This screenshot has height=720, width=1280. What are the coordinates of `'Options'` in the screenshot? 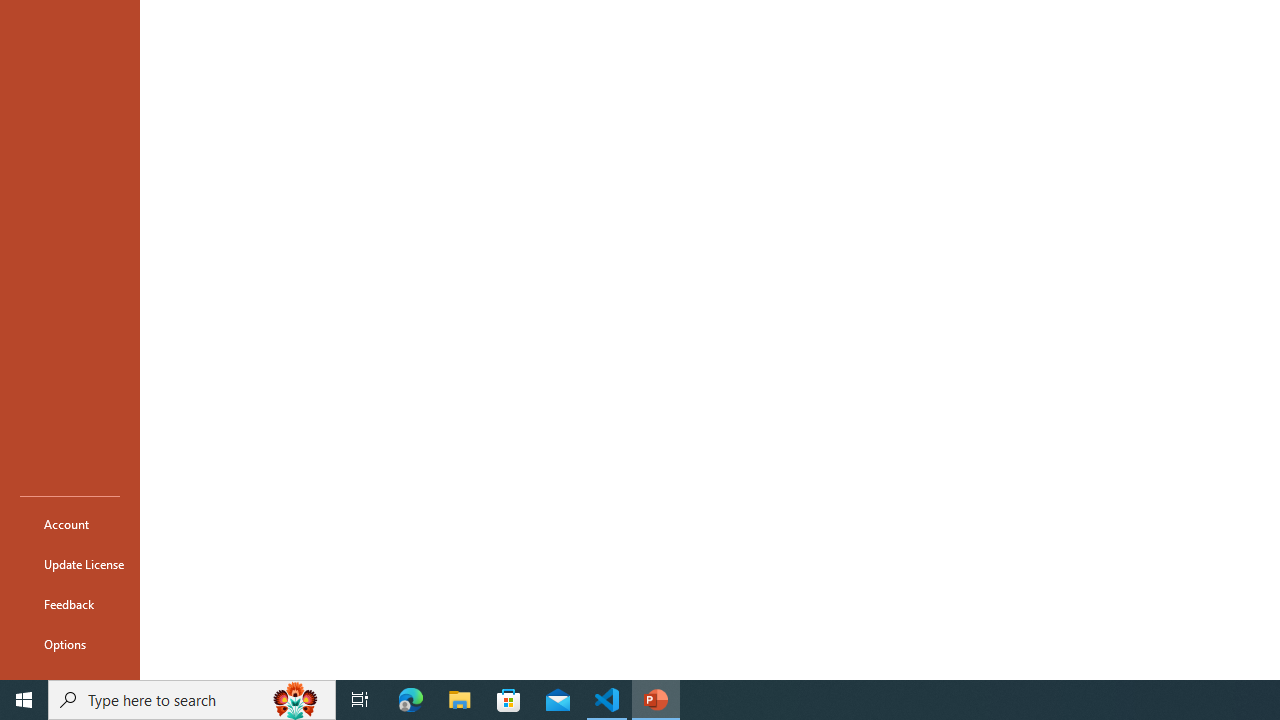 It's located at (69, 644).